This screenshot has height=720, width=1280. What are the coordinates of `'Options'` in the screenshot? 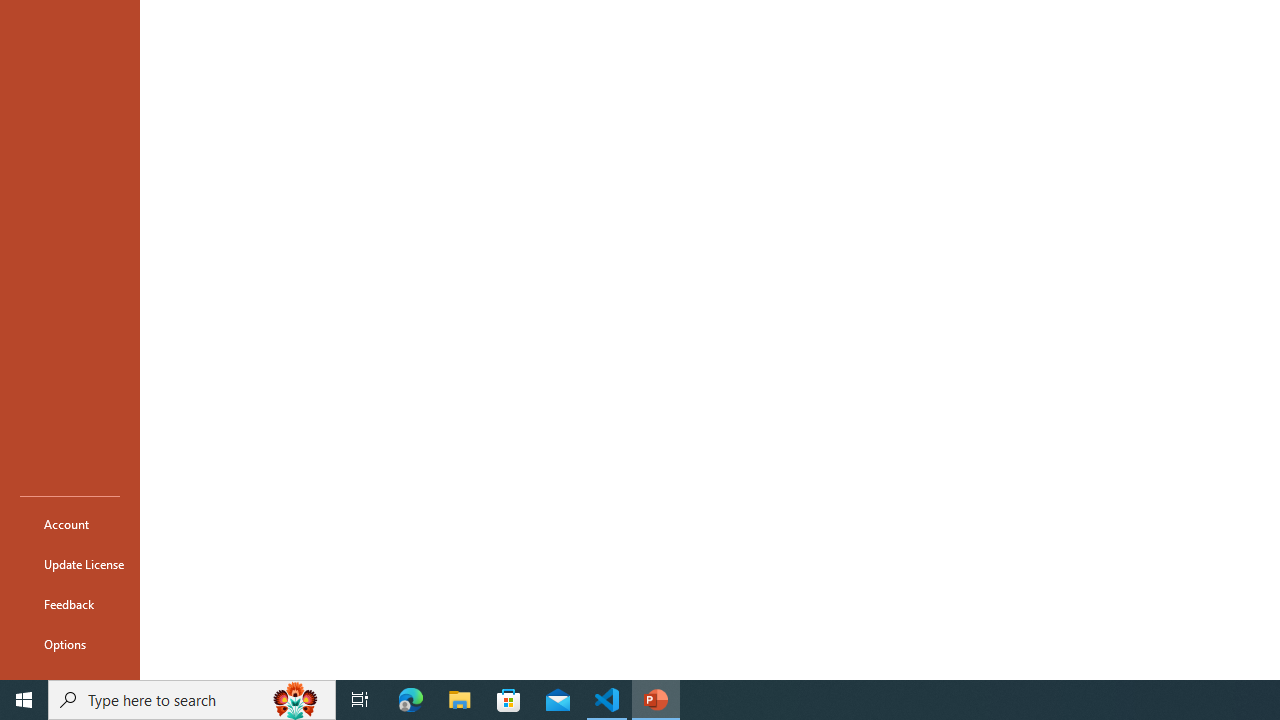 It's located at (69, 644).